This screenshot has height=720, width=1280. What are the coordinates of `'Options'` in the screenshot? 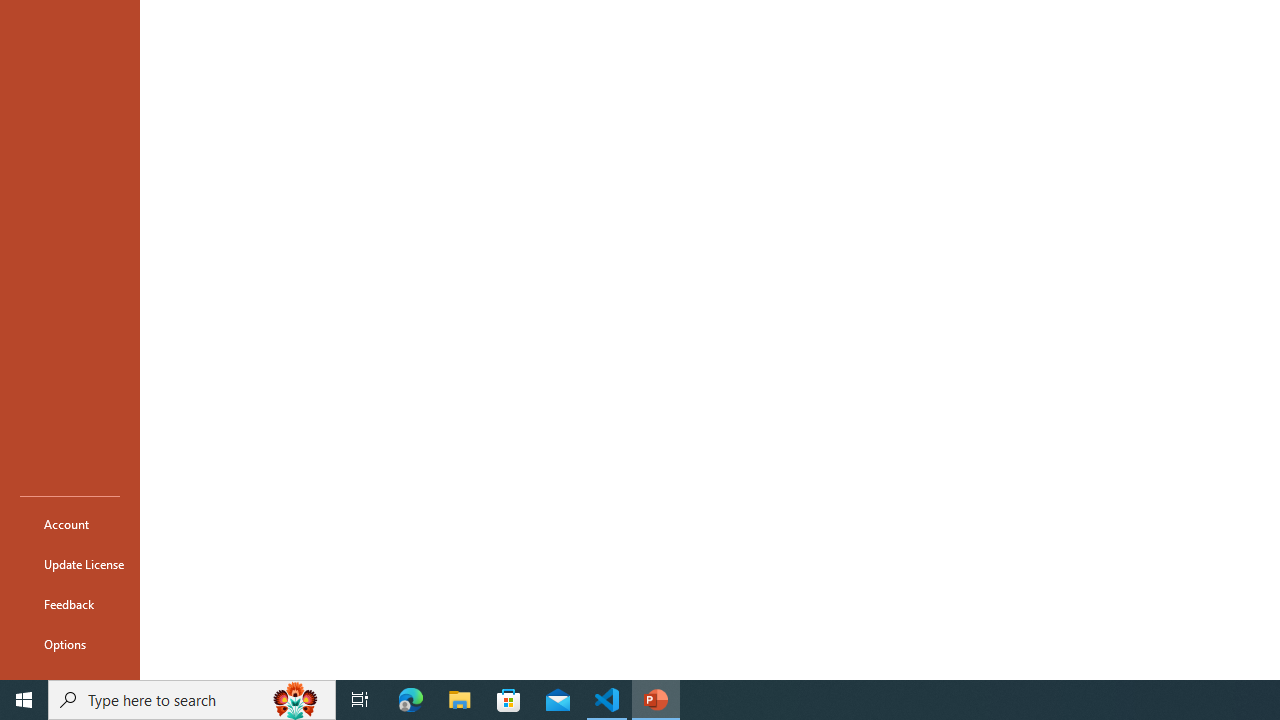 It's located at (69, 644).